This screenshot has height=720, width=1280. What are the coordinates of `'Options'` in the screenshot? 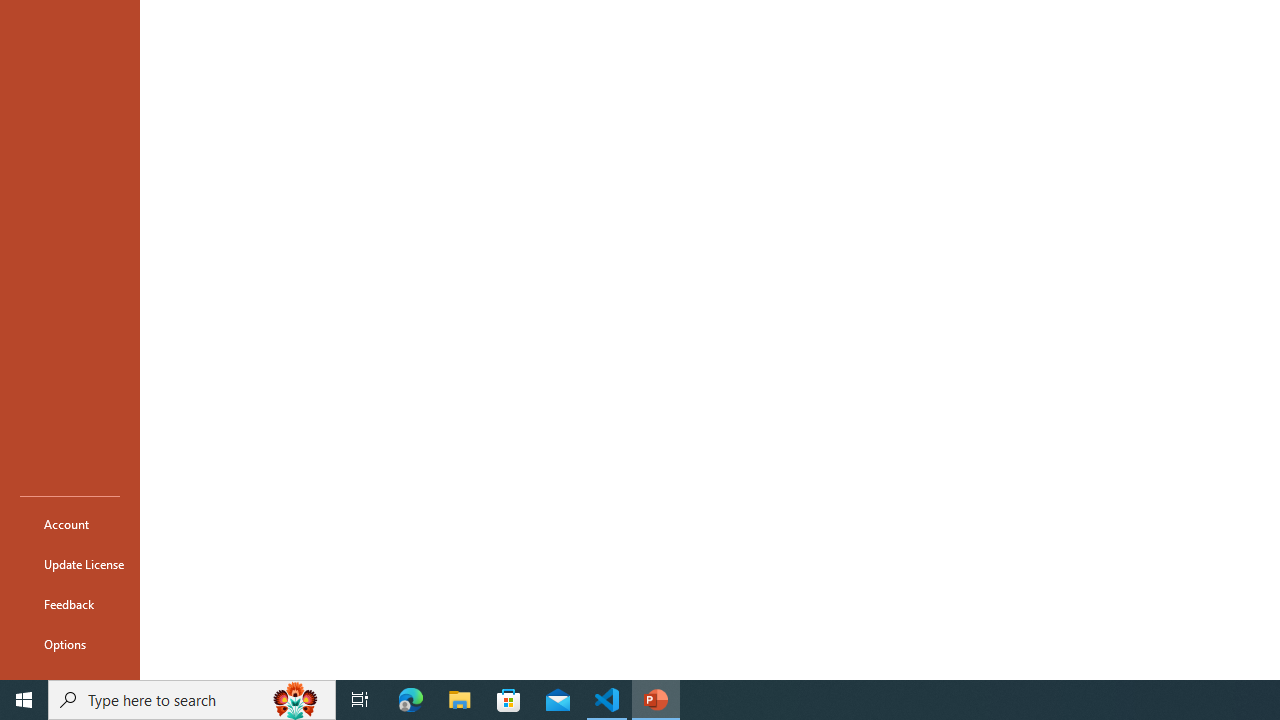 It's located at (69, 644).